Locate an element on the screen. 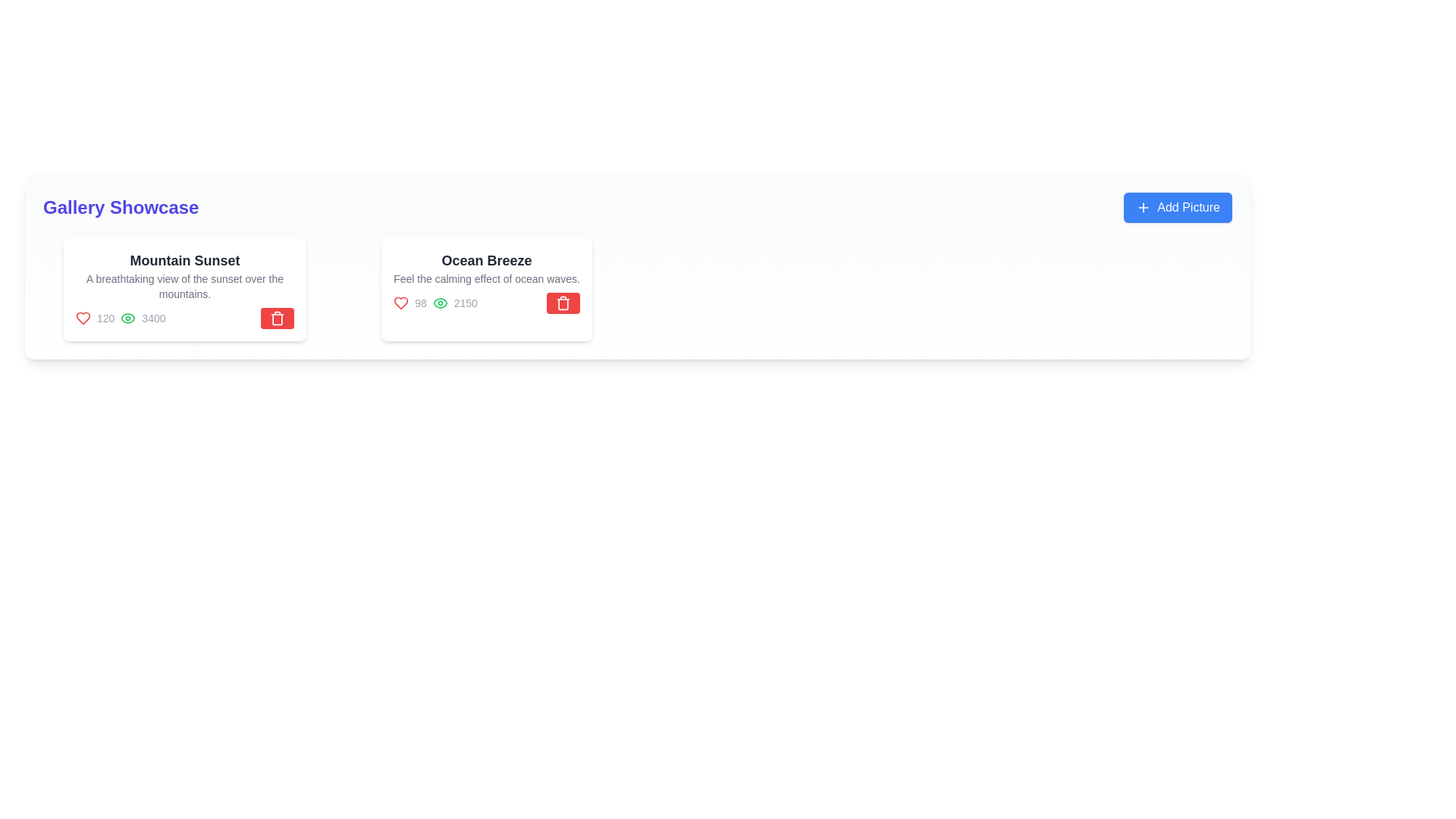 The height and width of the screenshot is (819, 1456). the static text that reads 'Feel the calming effect of ocean waves.' located below the title 'Ocean Breeze' within the gallery showcase panel is located at coordinates (487, 278).